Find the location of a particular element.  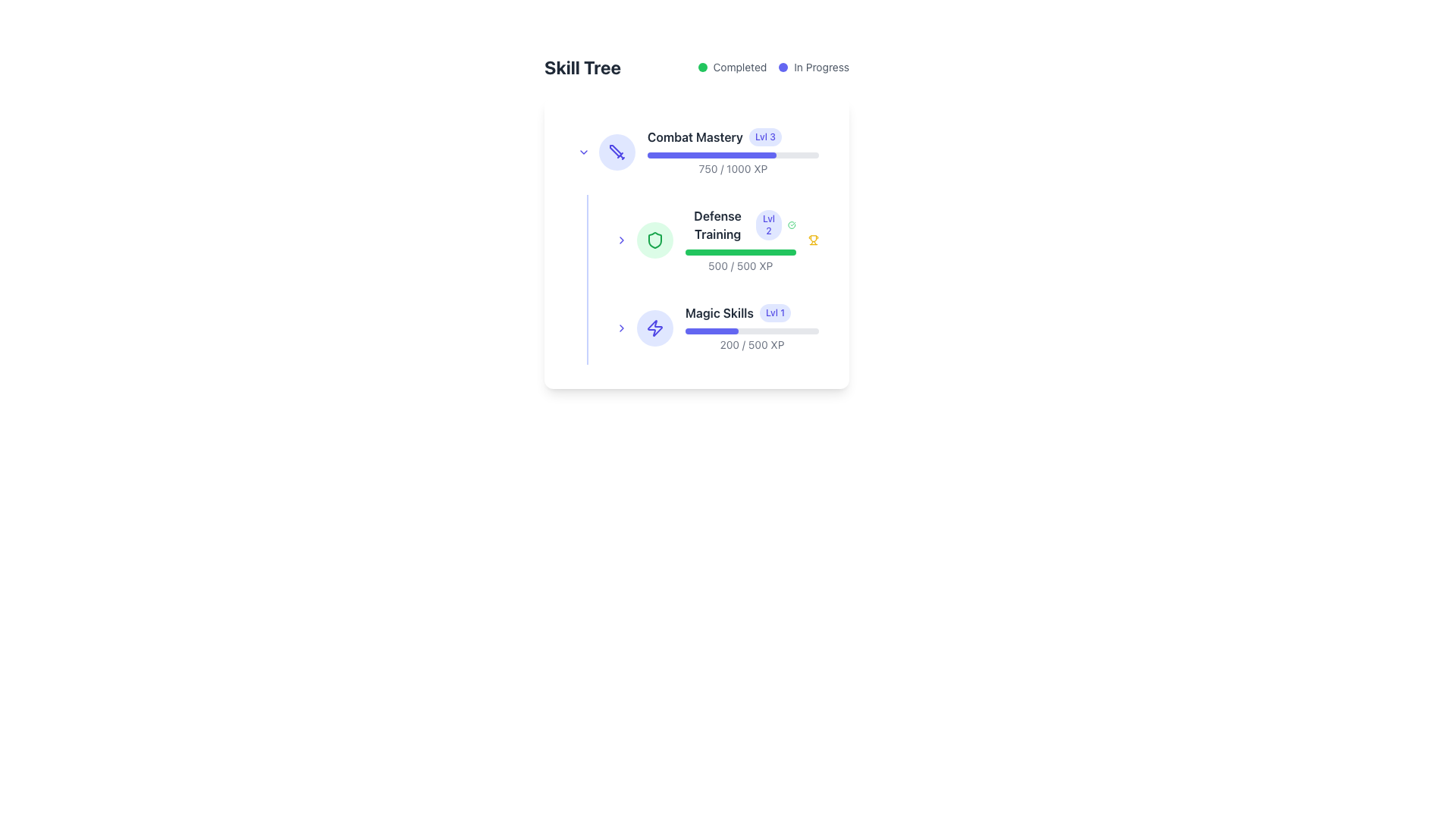

the label displaying 'Lvl 1', which is visually represented with a light indigo background and indigo text, located to the right of 'Magic Skills' in the skill progress section is located at coordinates (775, 312).